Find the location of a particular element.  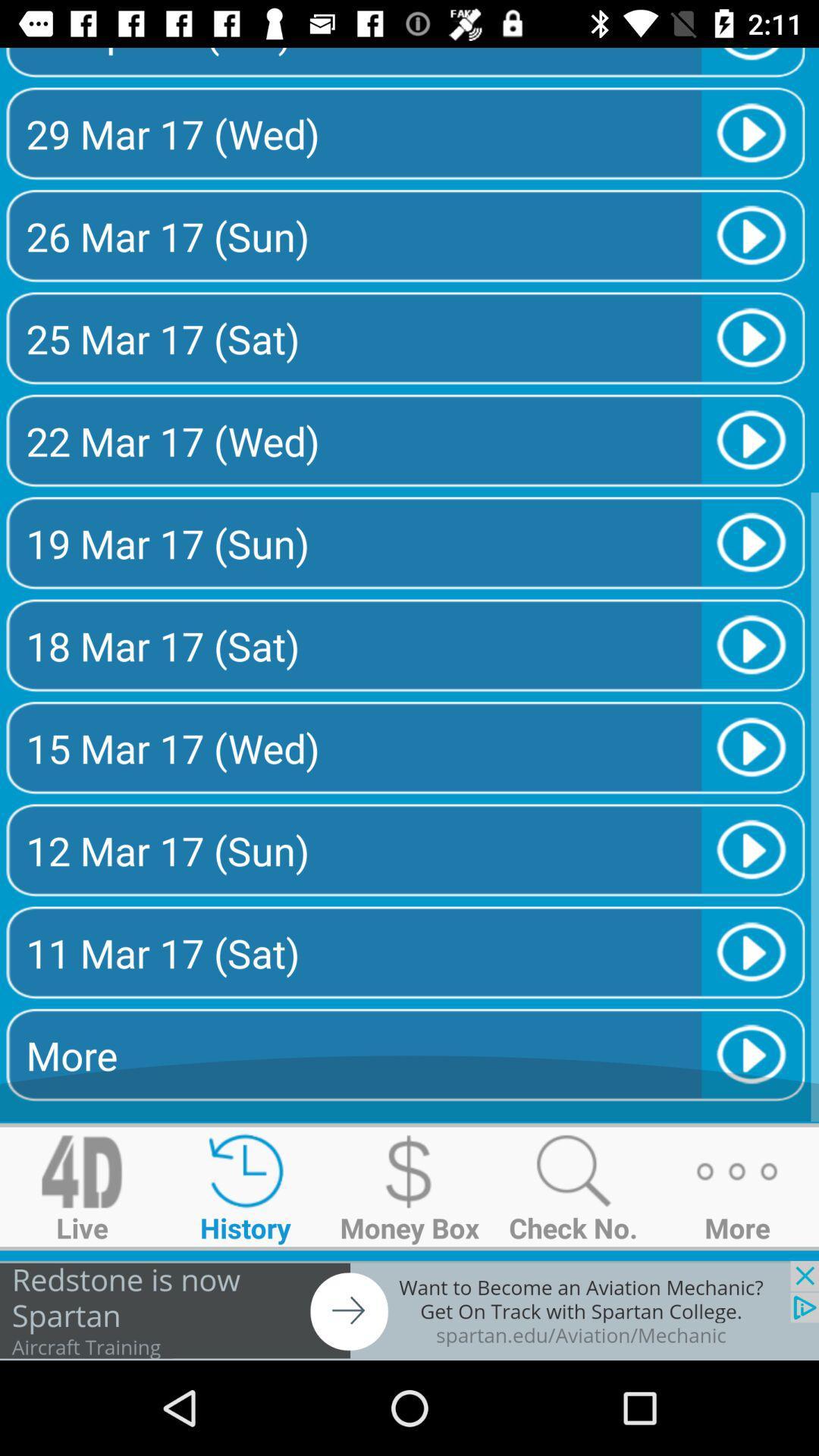

open advertisement is located at coordinates (409, 1310).